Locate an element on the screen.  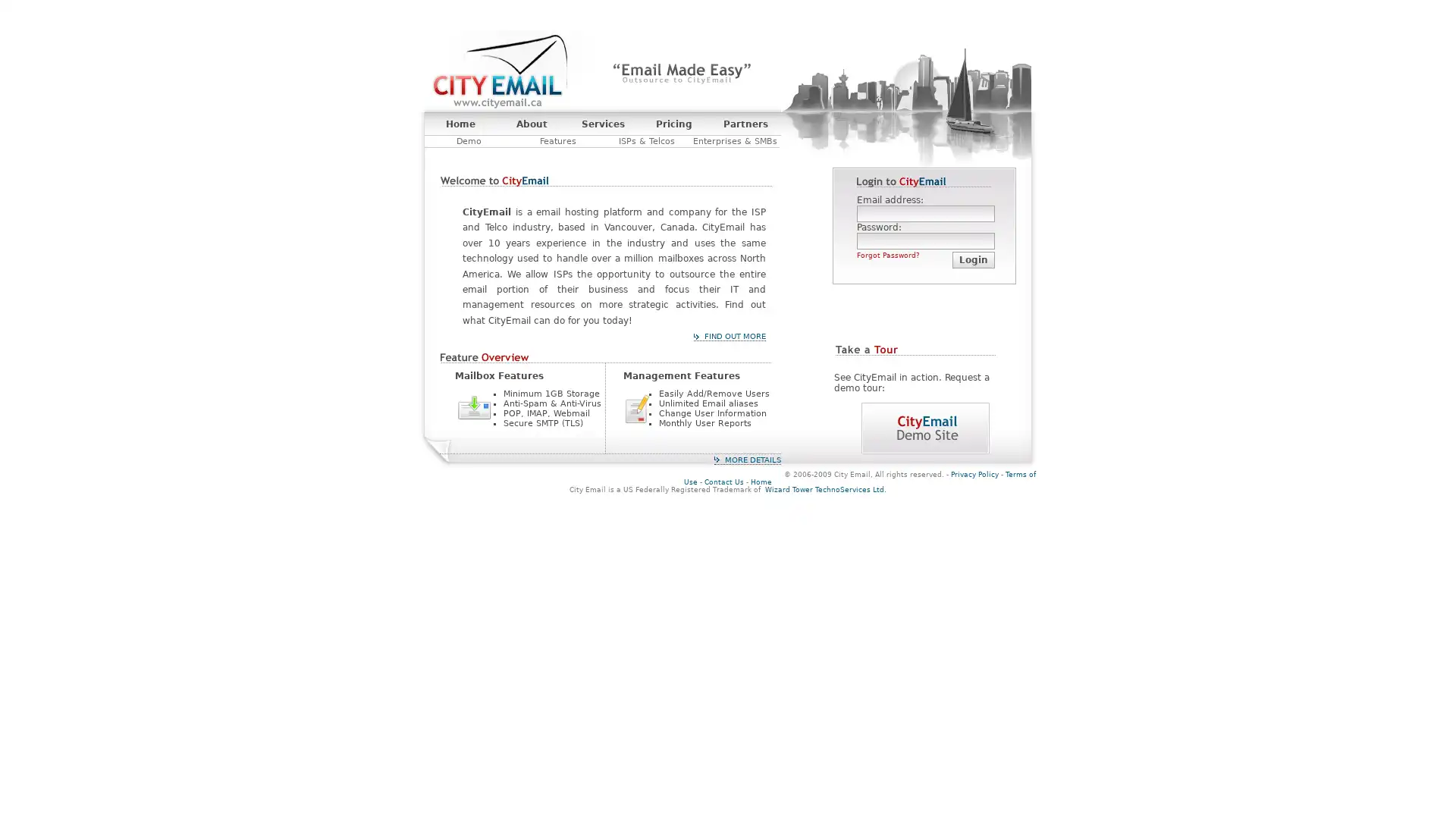
Login is located at coordinates (973, 259).